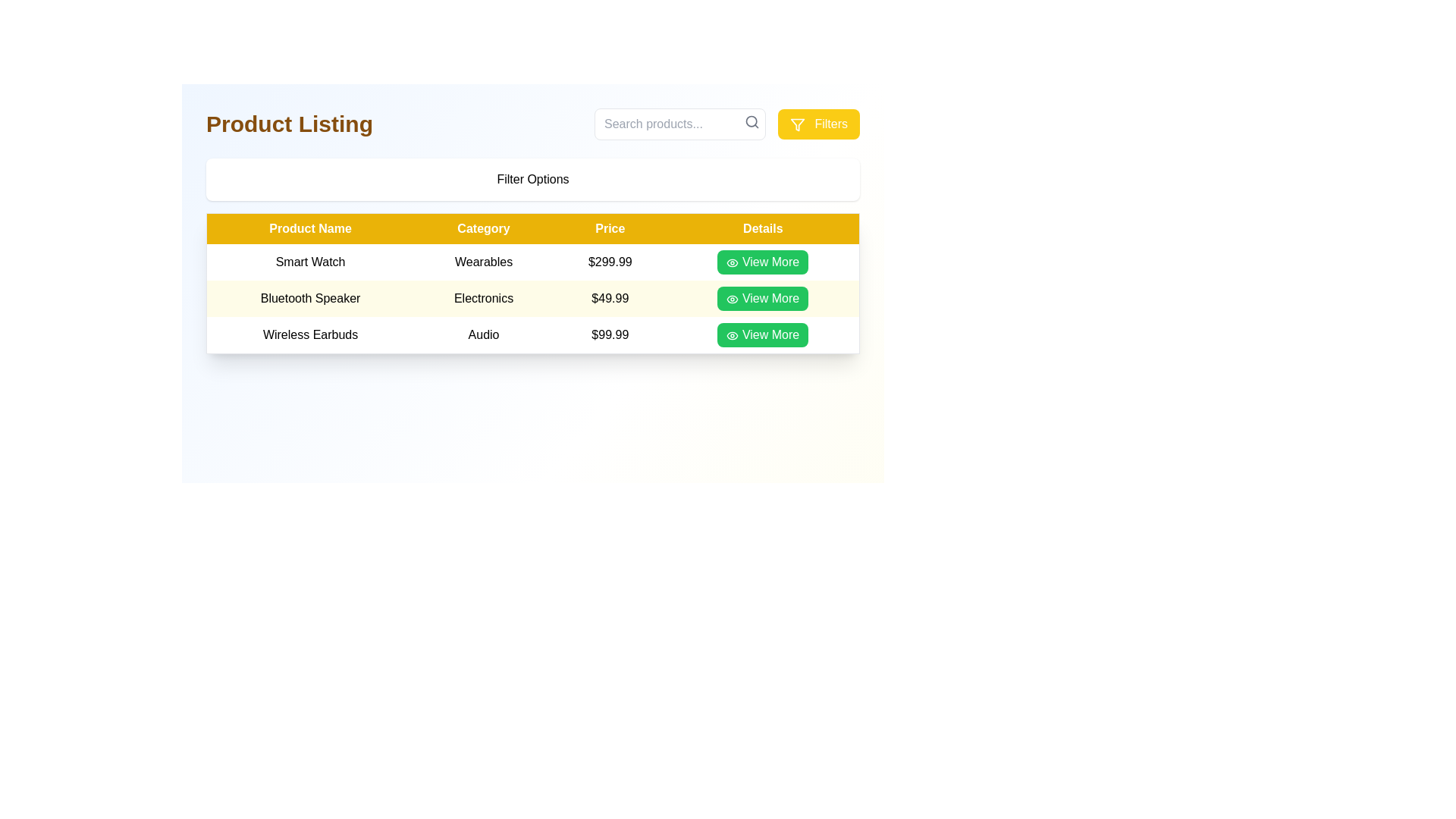 This screenshot has height=819, width=1456. Describe the element at coordinates (763, 228) in the screenshot. I see `the 'Details' header text label located at the top-right of the table, which is the fourth column in the header row` at that location.